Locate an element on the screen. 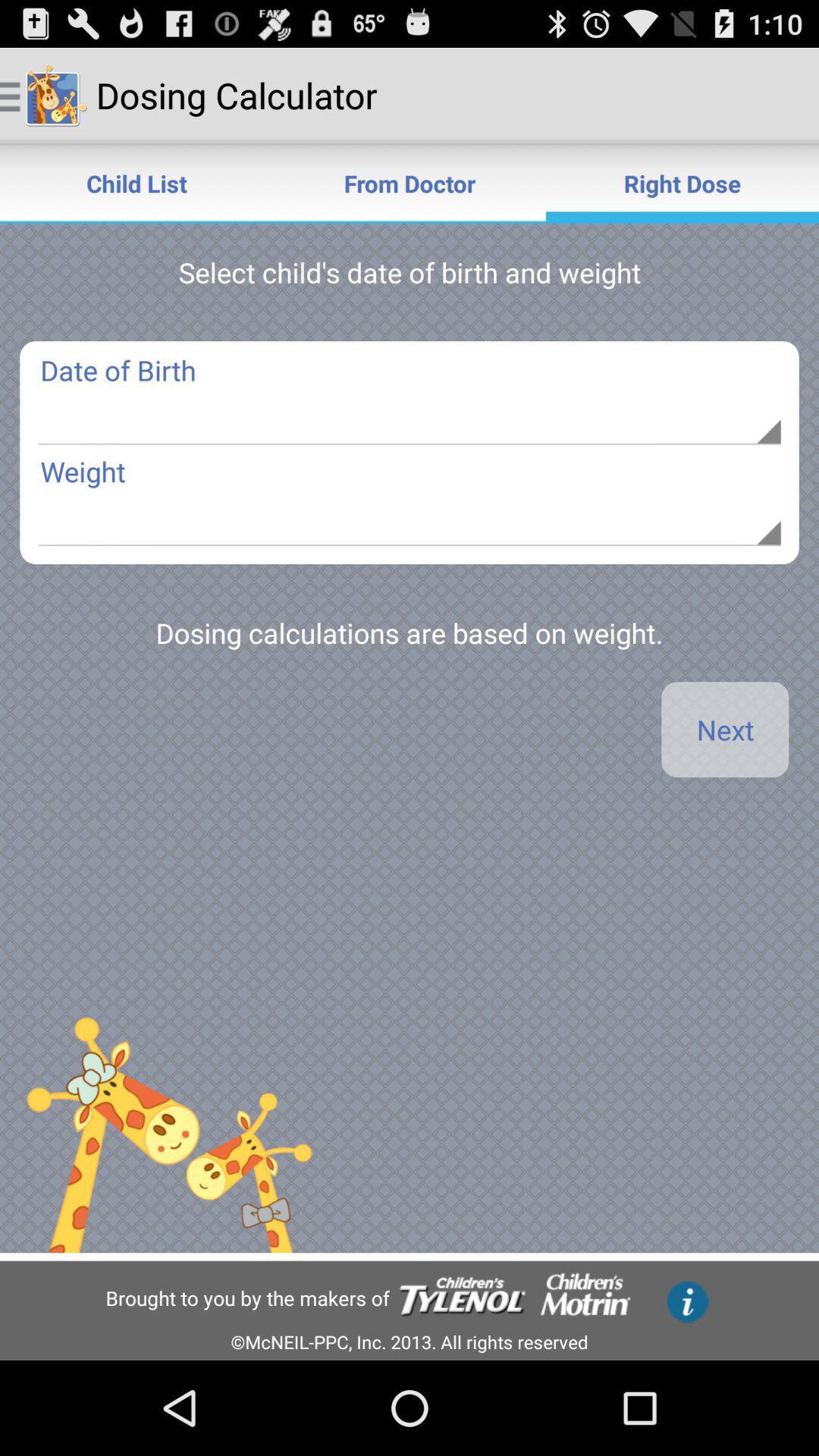 The image size is (819, 1456). app below the dosing calculations are app is located at coordinates (724, 730).